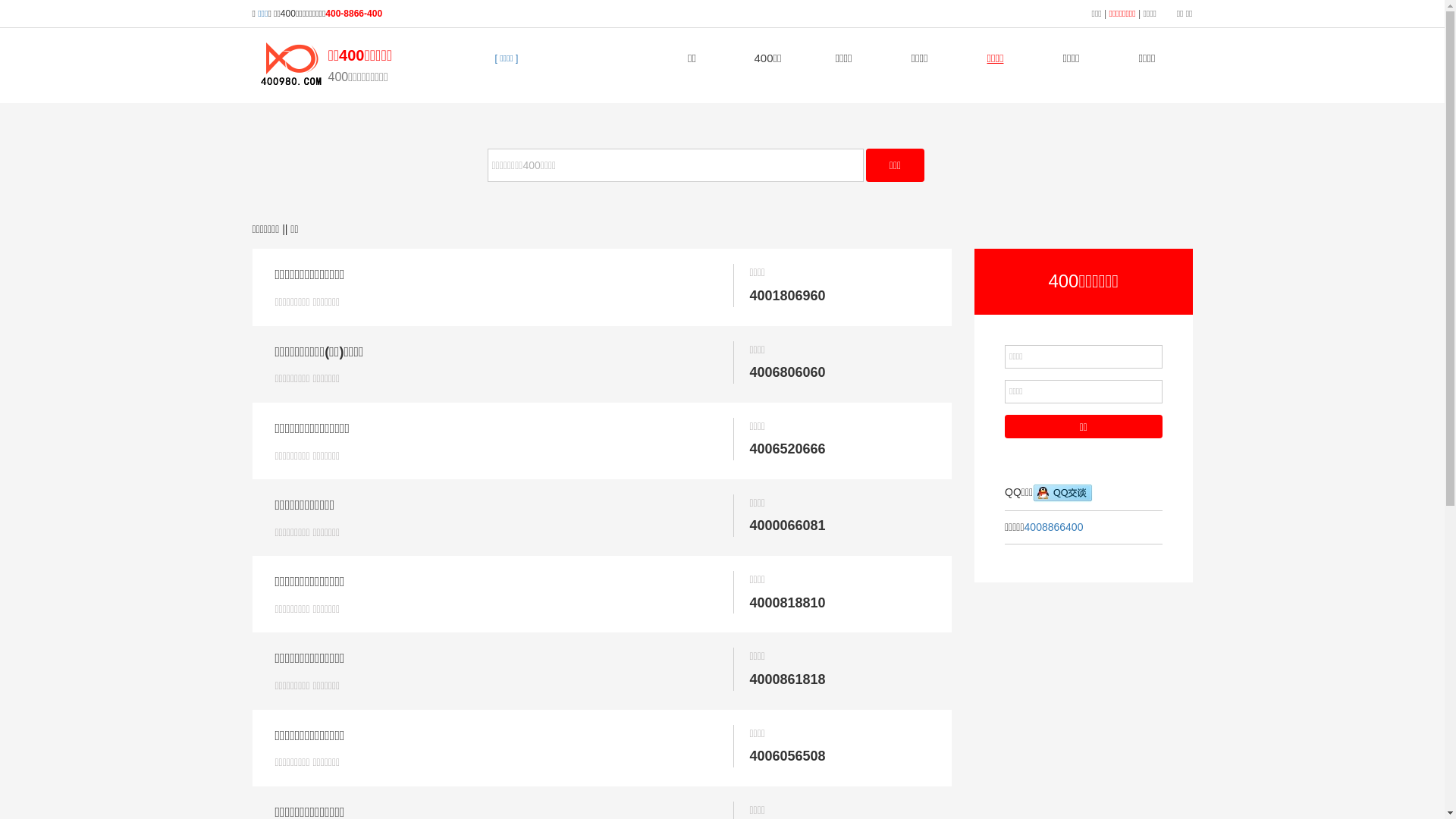 Image resolution: width=1456 pixels, height=819 pixels. What do you see at coordinates (1053, 526) in the screenshot?
I see `'4008866400'` at bounding box center [1053, 526].